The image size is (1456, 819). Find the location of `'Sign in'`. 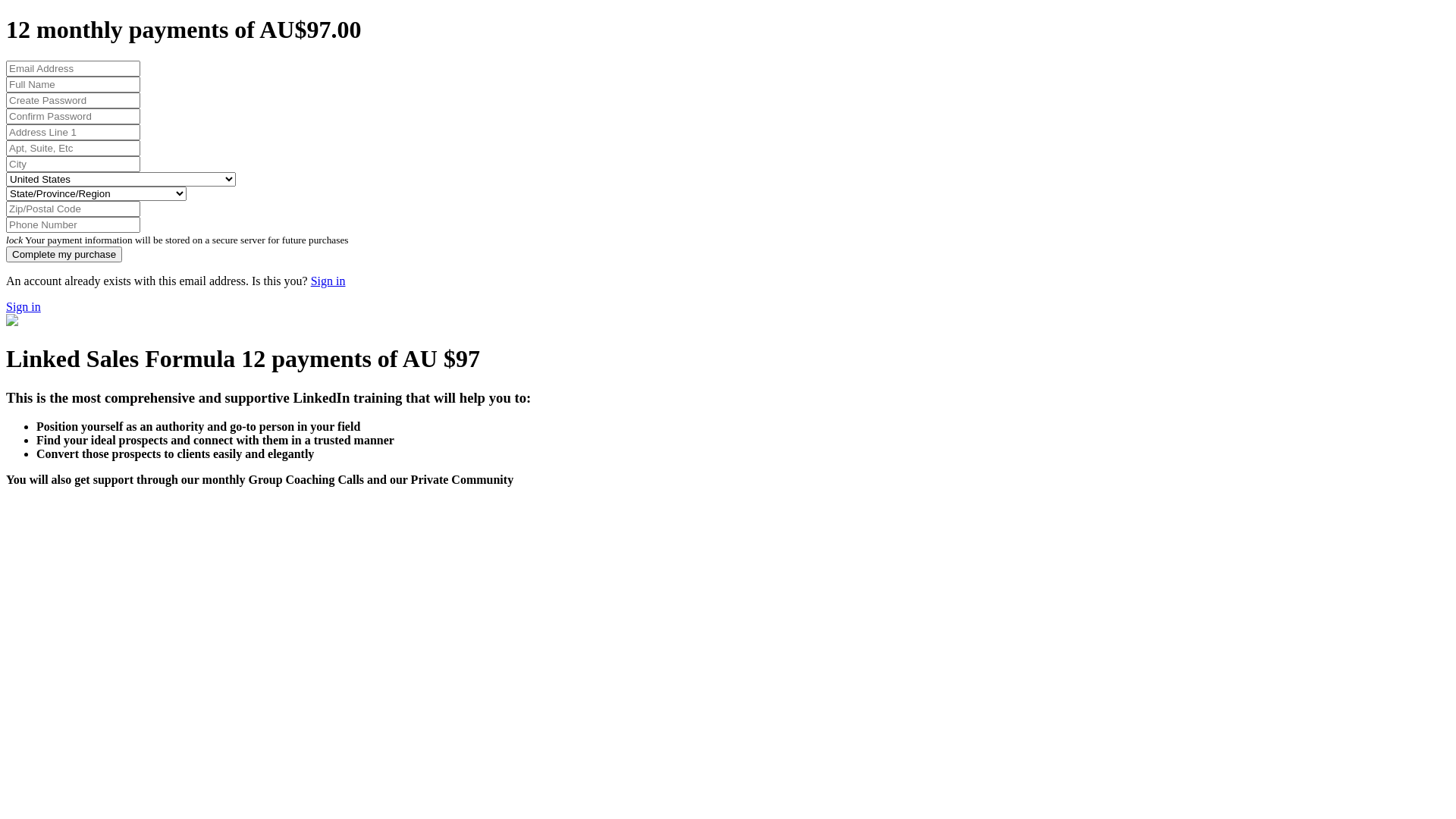

'Sign in' is located at coordinates (23, 306).